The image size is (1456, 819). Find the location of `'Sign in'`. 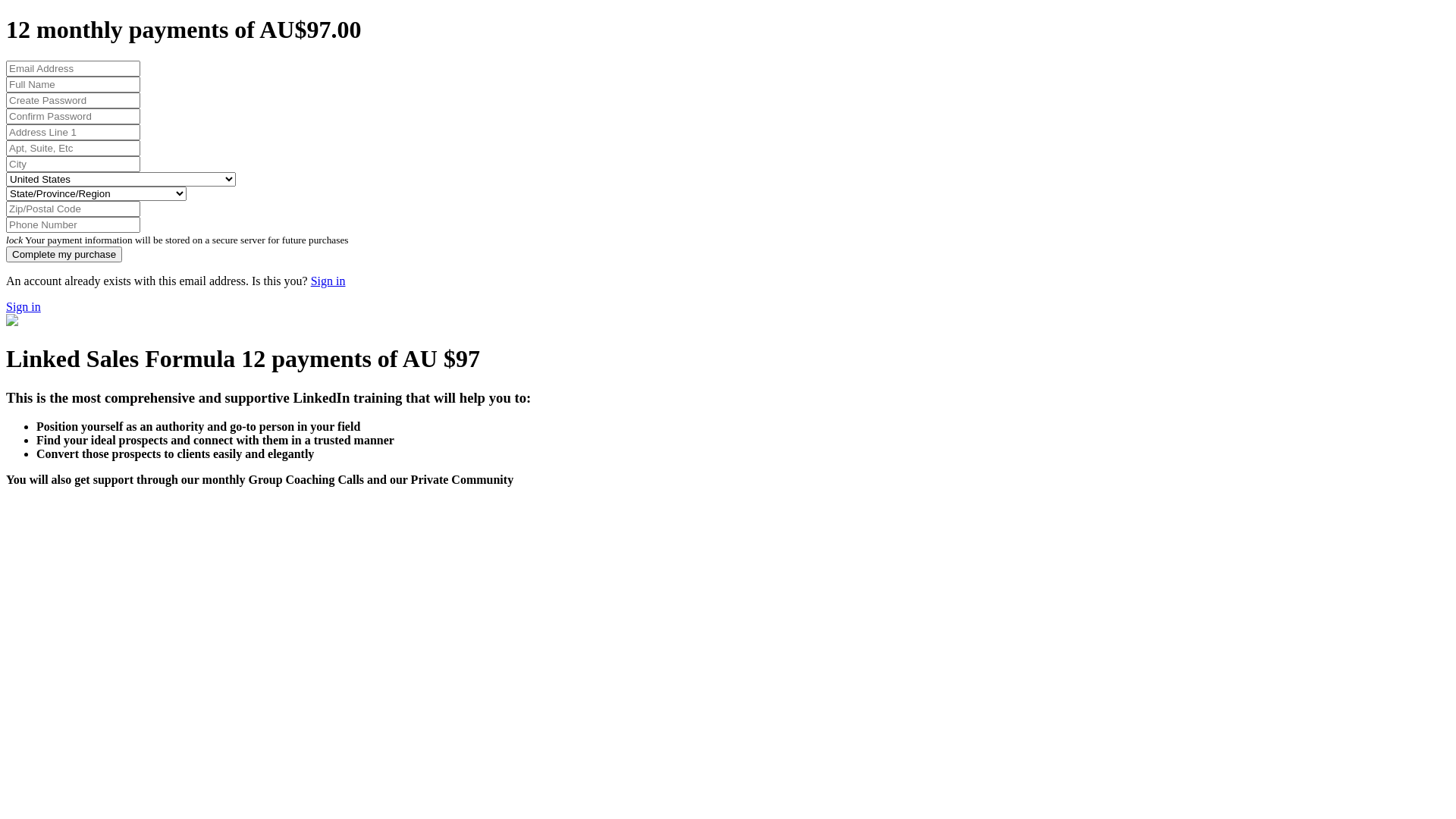

'Sign in' is located at coordinates (23, 306).